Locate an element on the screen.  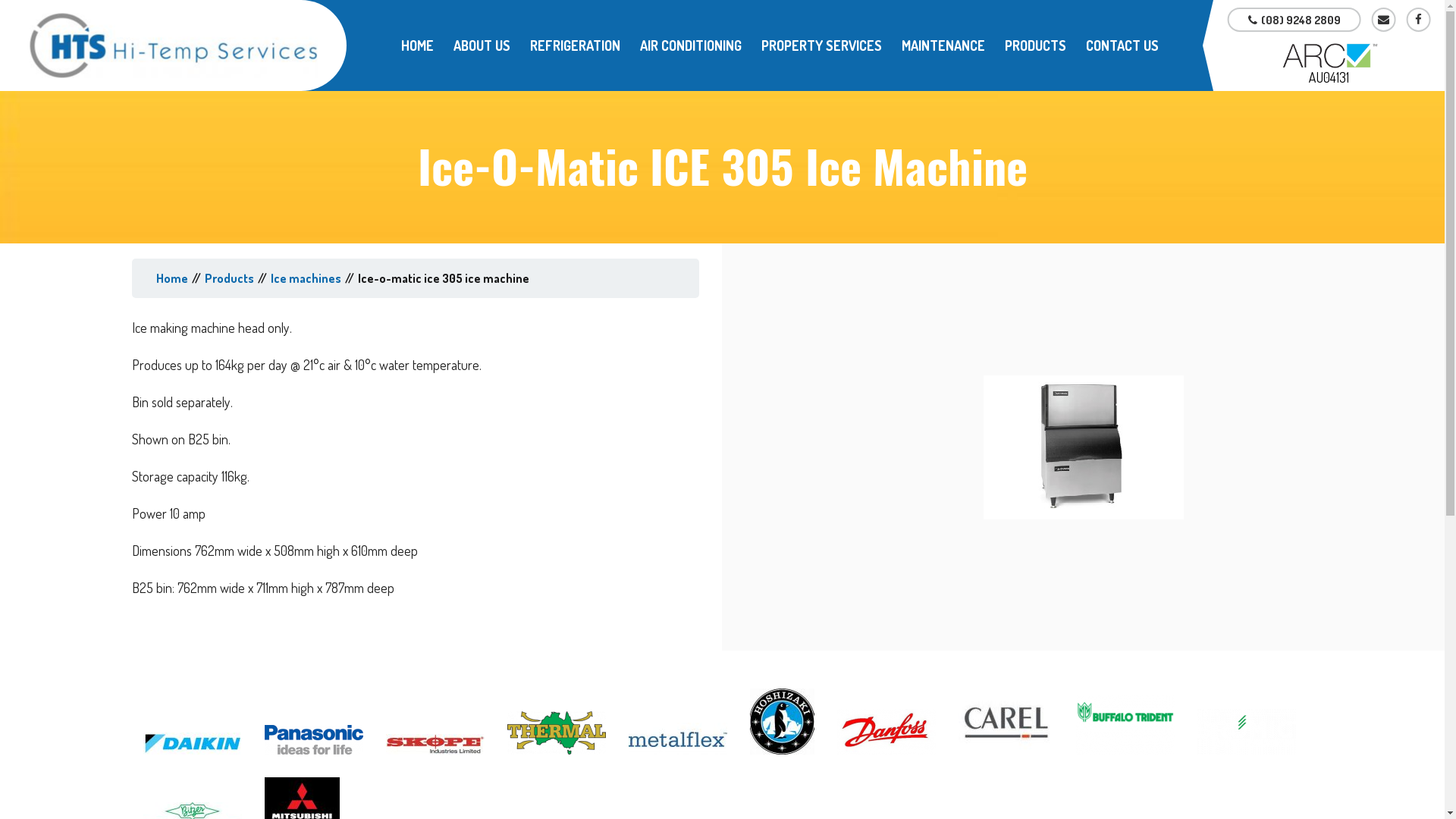
'CONTACT US' is located at coordinates (1122, 45).